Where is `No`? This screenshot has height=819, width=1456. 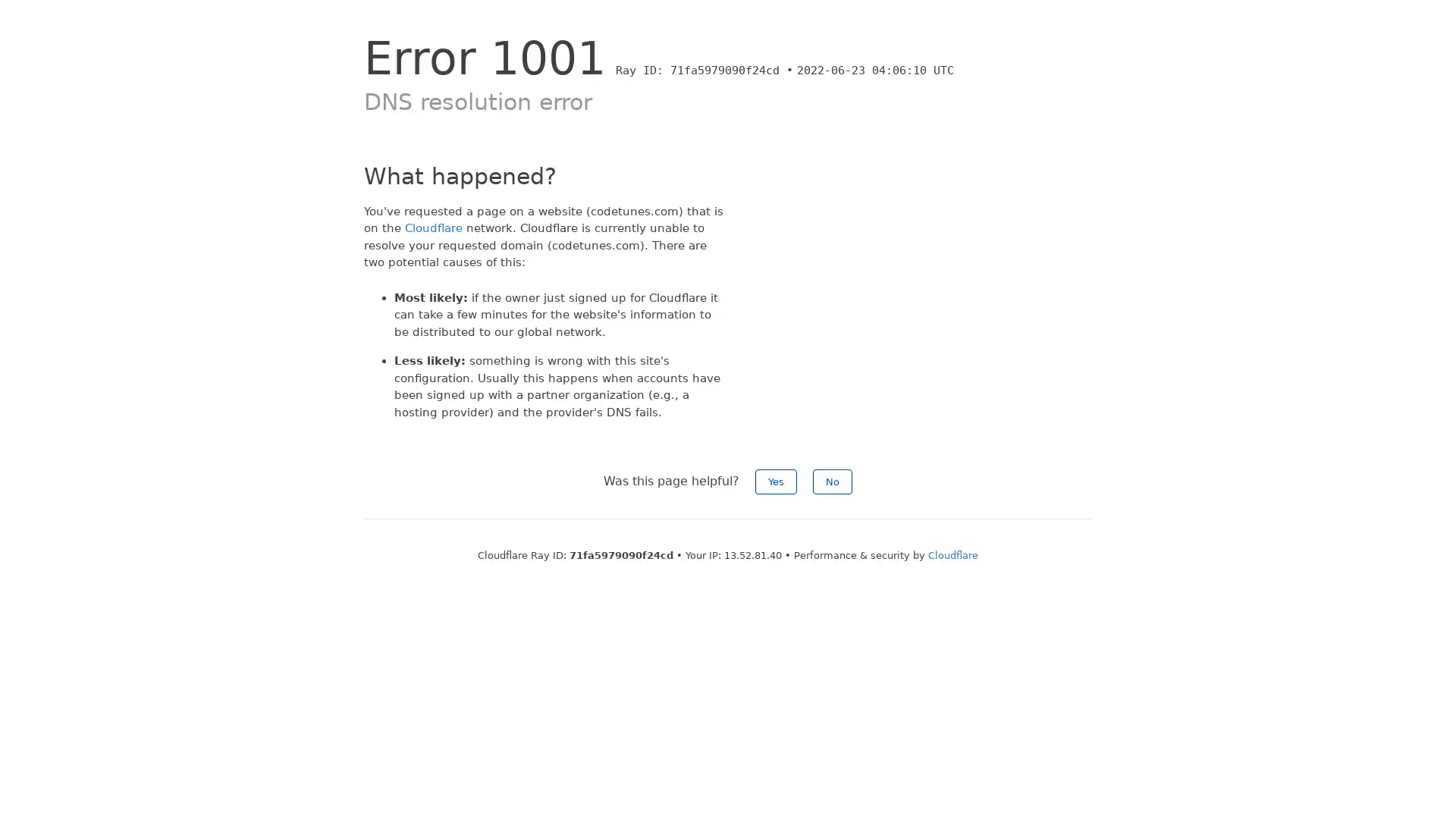
No is located at coordinates (832, 482).